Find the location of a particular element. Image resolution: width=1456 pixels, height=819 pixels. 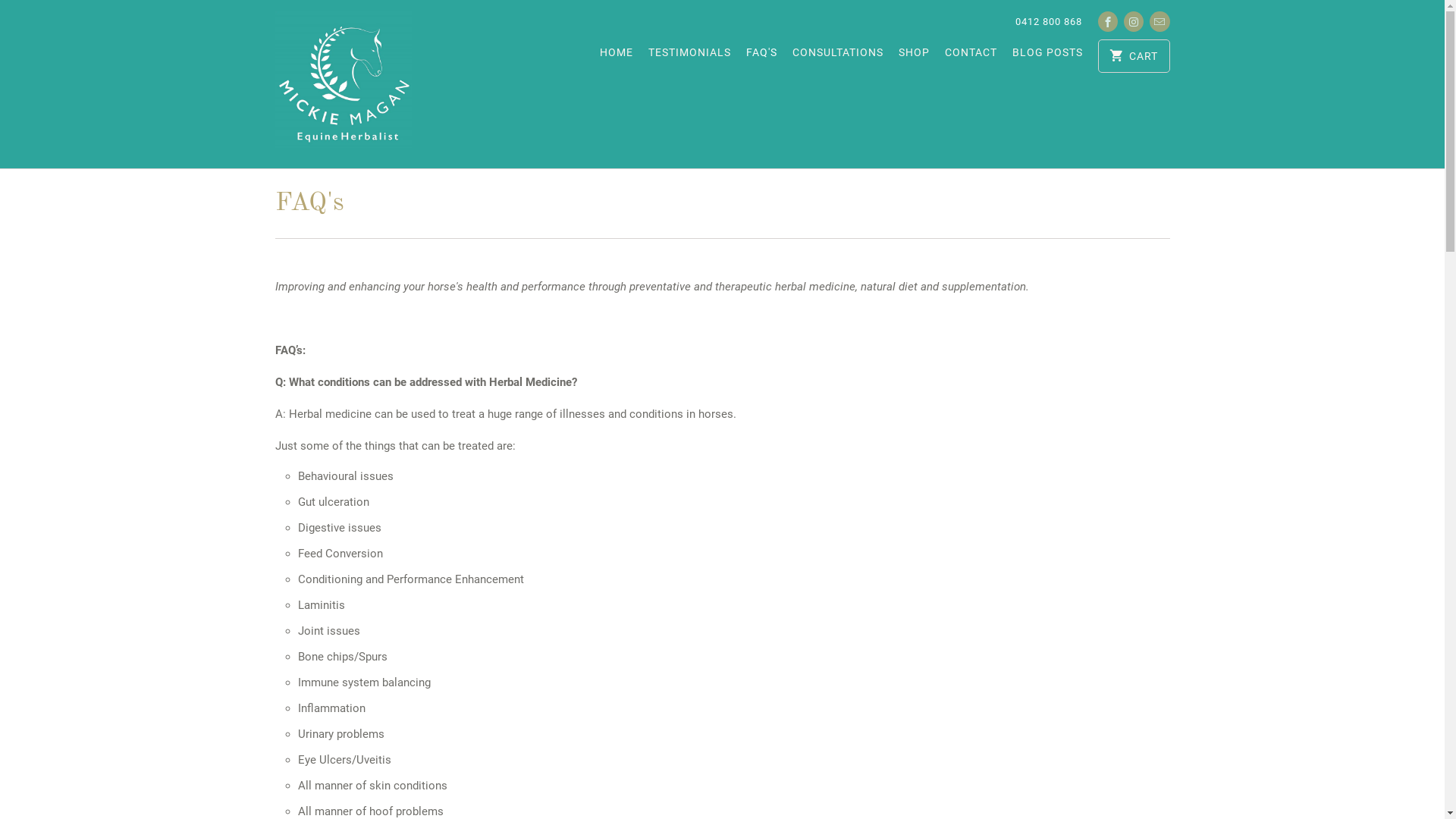

'FAQ'S' is located at coordinates (761, 55).